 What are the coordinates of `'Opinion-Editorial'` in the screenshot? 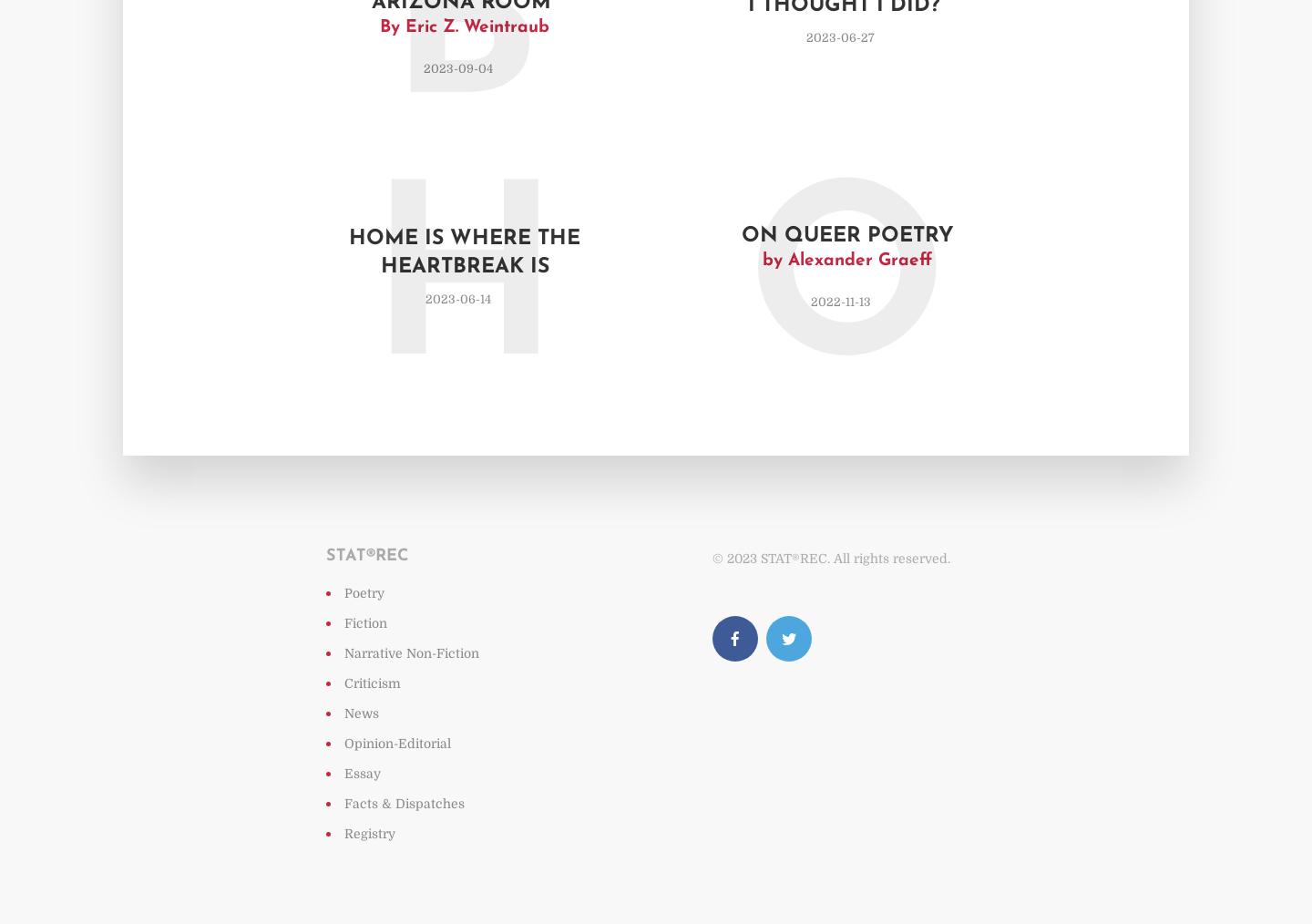 It's located at (397, 743).